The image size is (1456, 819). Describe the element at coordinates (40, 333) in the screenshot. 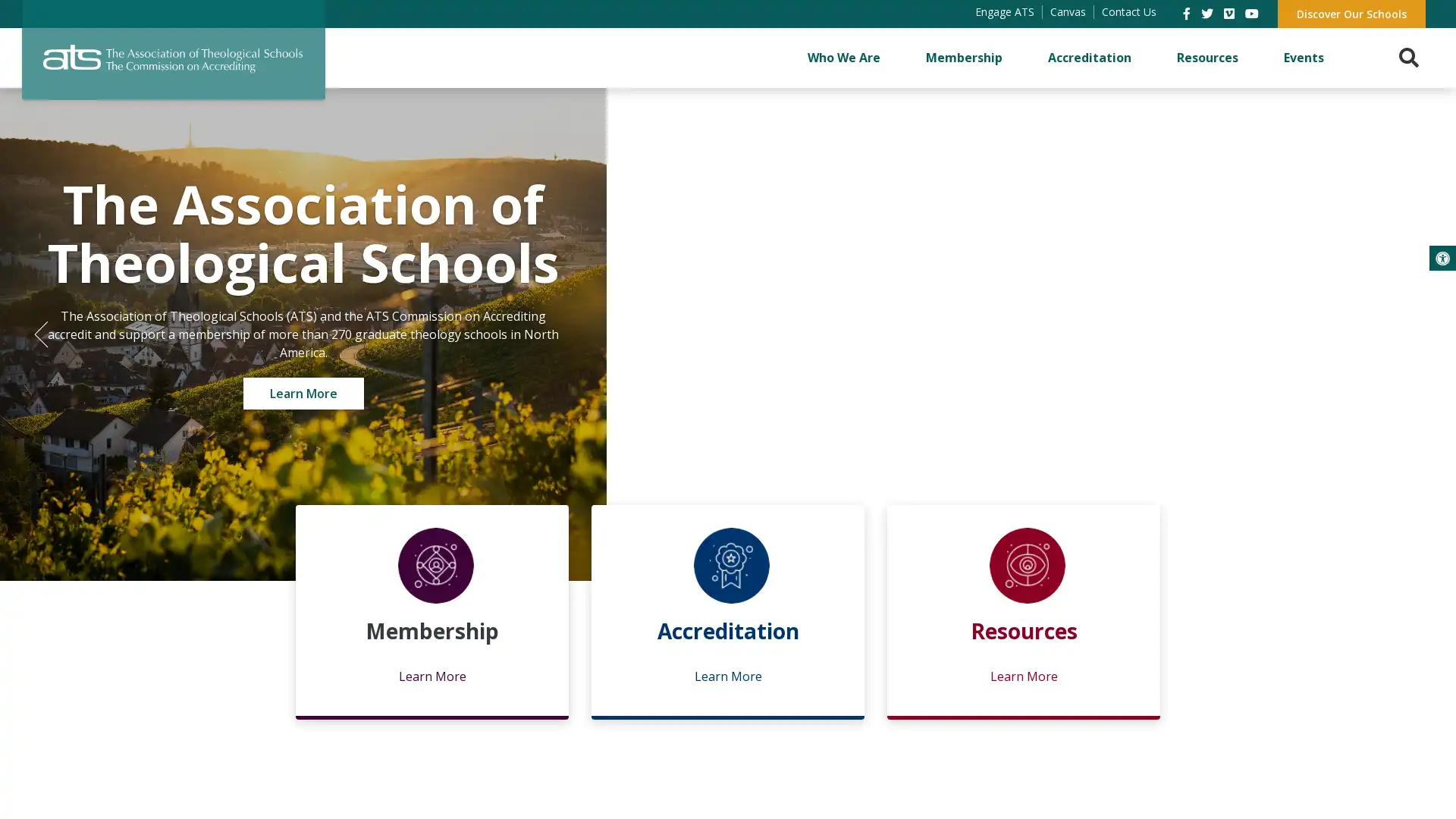

I see `Previous` at that location.